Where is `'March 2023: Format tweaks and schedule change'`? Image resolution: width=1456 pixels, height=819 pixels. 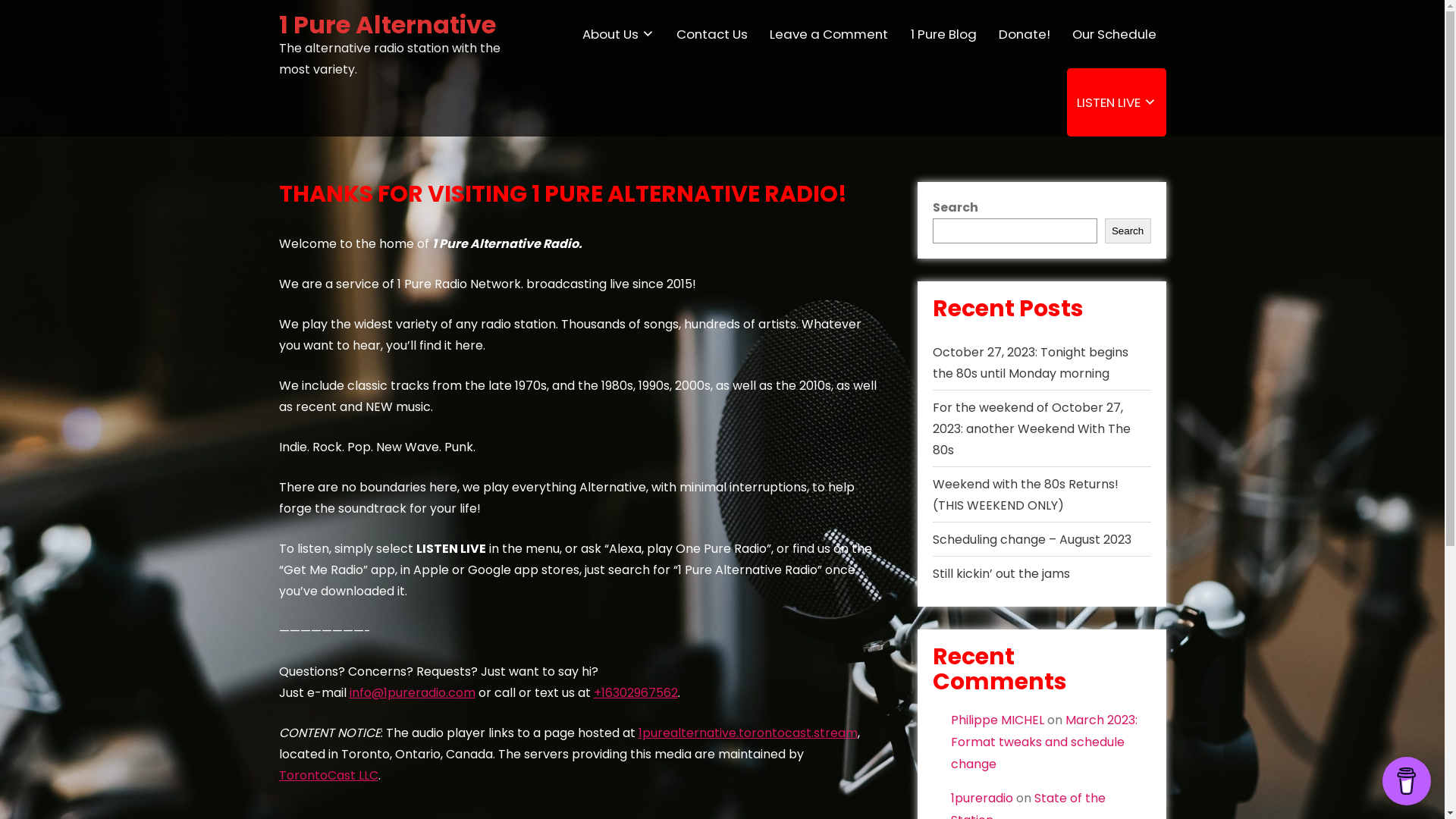 'March 2023: Format tweaks and schedule change' is located at coordinates (1043, 741).